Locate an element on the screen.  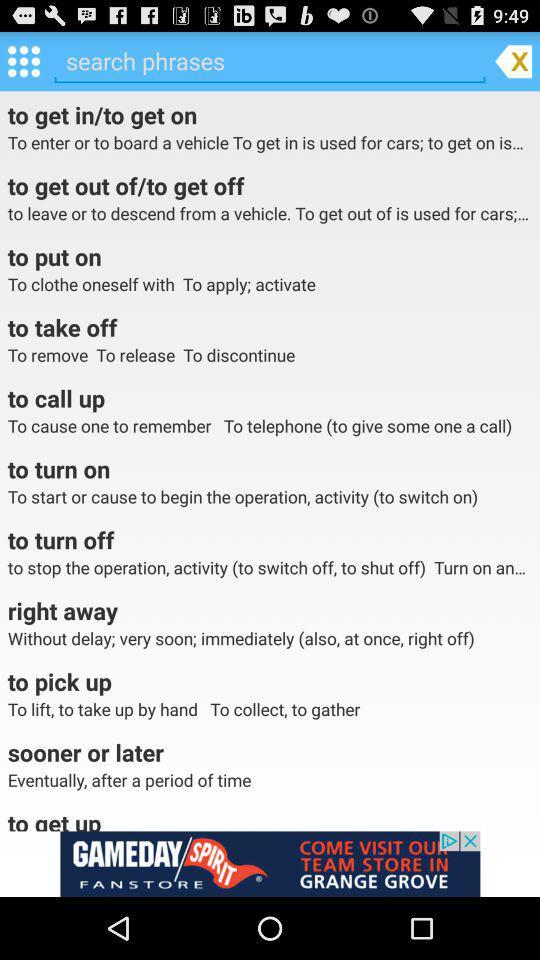
english teacher display is located at coordinates (270, 863).